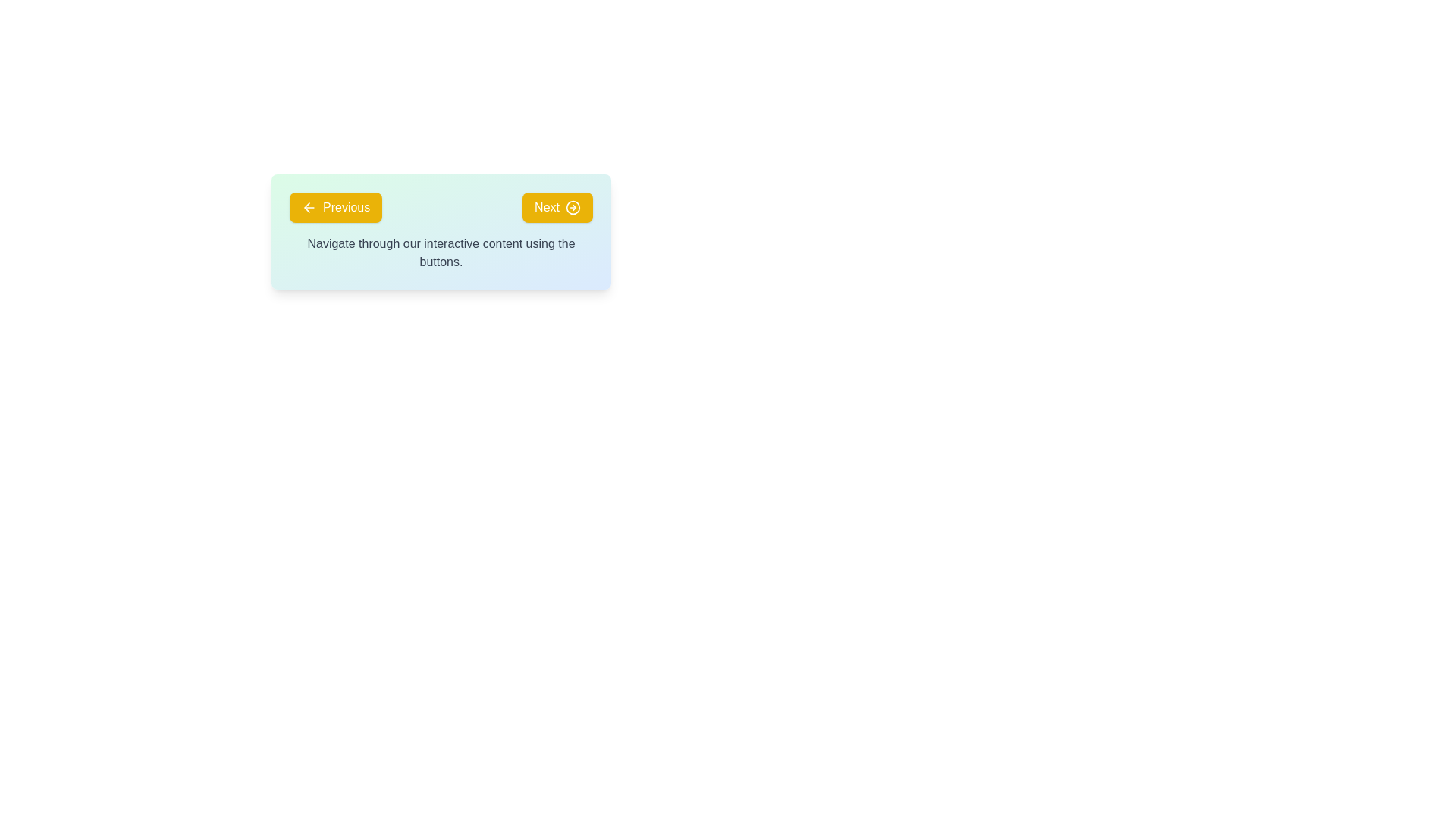  I want to click on the inner SVG circle element of the 'Next' button, which is located to the right of the 'Previous' button, so click(572, 207).